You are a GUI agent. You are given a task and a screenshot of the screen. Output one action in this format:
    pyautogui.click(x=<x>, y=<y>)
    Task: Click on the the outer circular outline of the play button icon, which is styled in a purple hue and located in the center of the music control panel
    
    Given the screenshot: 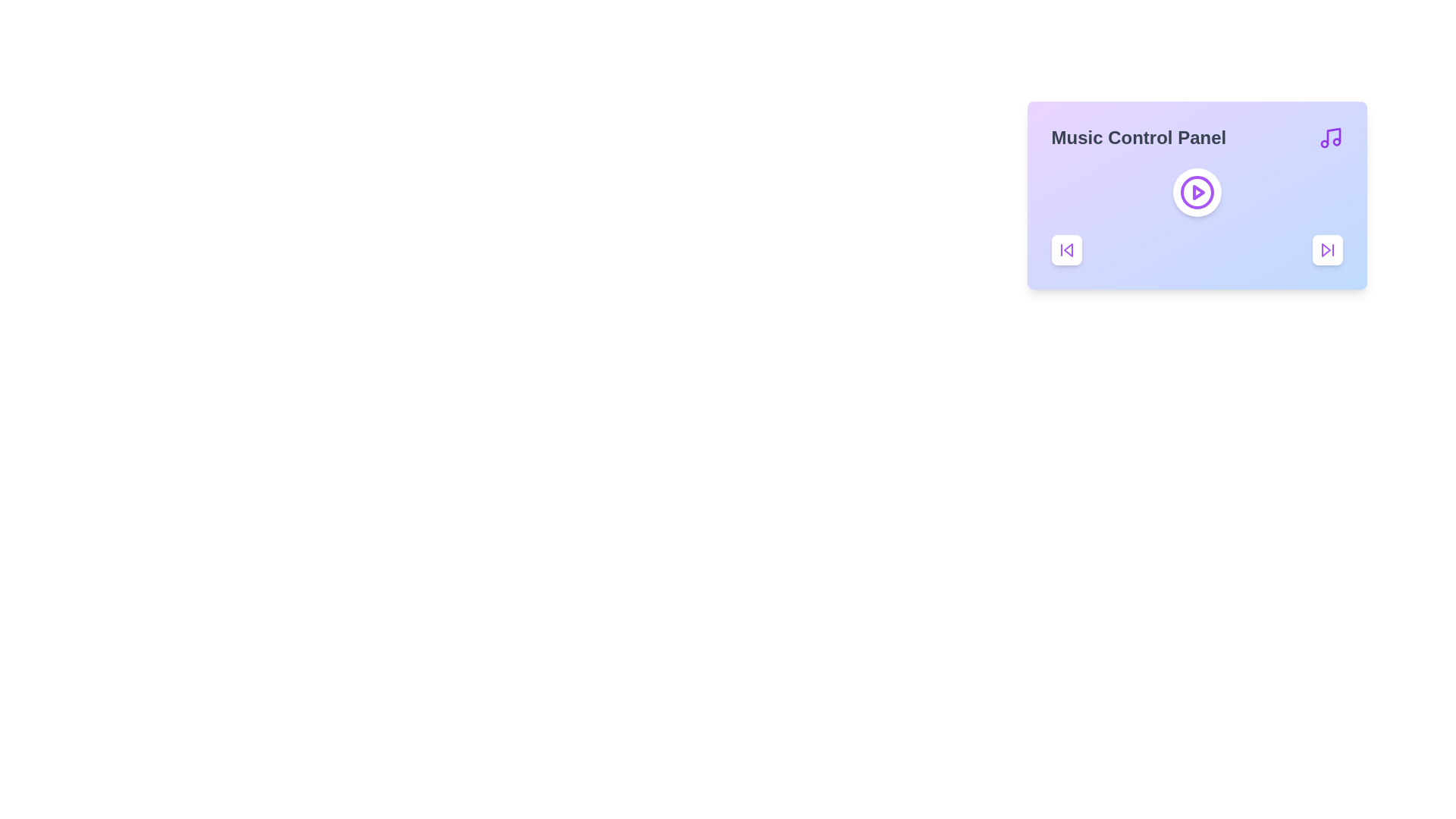 What is the action you would take?
    pyautogui.click(x=1196, y=192)
    